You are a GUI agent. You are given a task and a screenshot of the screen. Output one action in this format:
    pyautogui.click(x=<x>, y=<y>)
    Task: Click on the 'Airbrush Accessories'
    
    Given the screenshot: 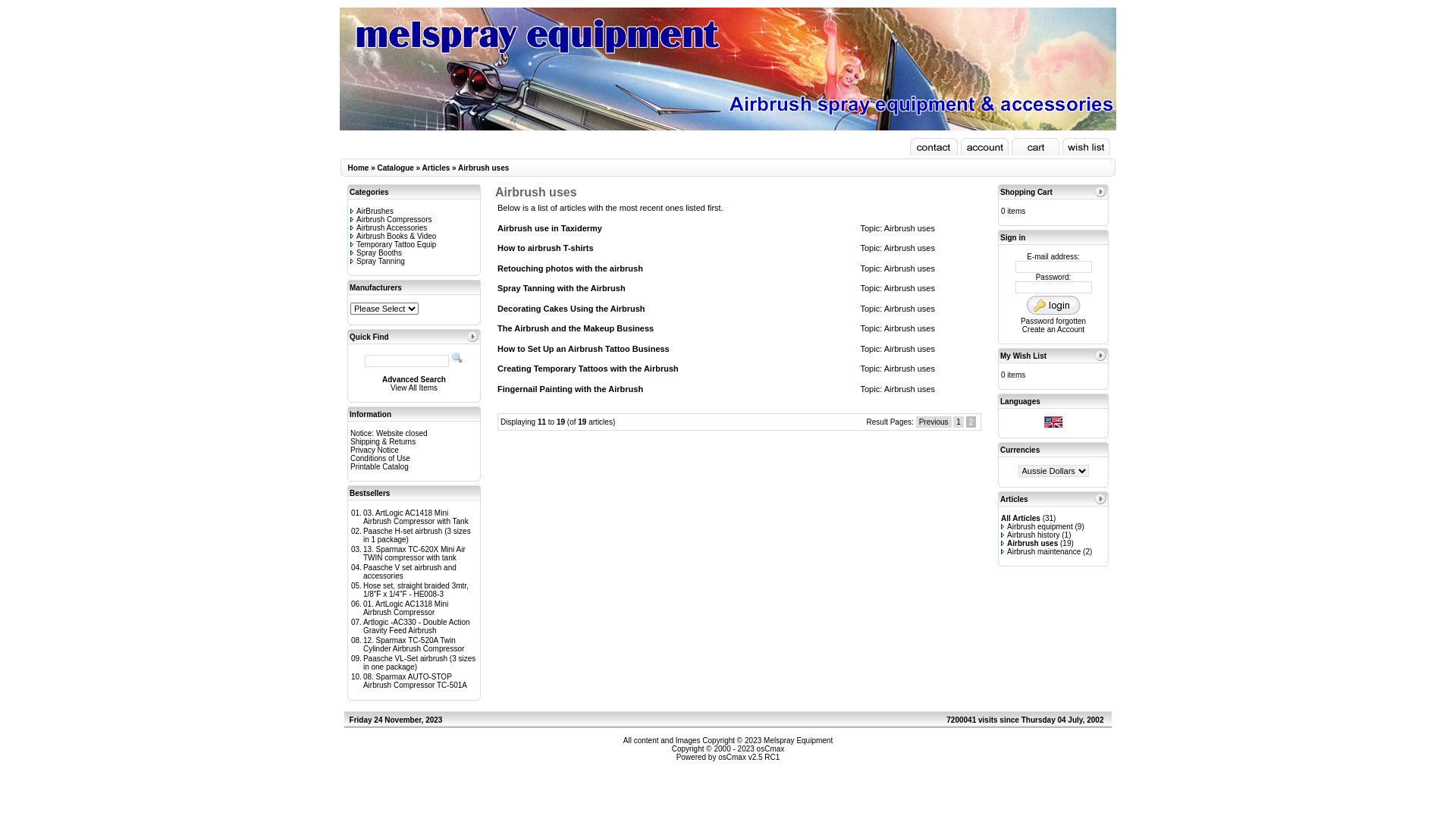 What is the action you would take?
    pyautogui.click(x=388, y=227)
    